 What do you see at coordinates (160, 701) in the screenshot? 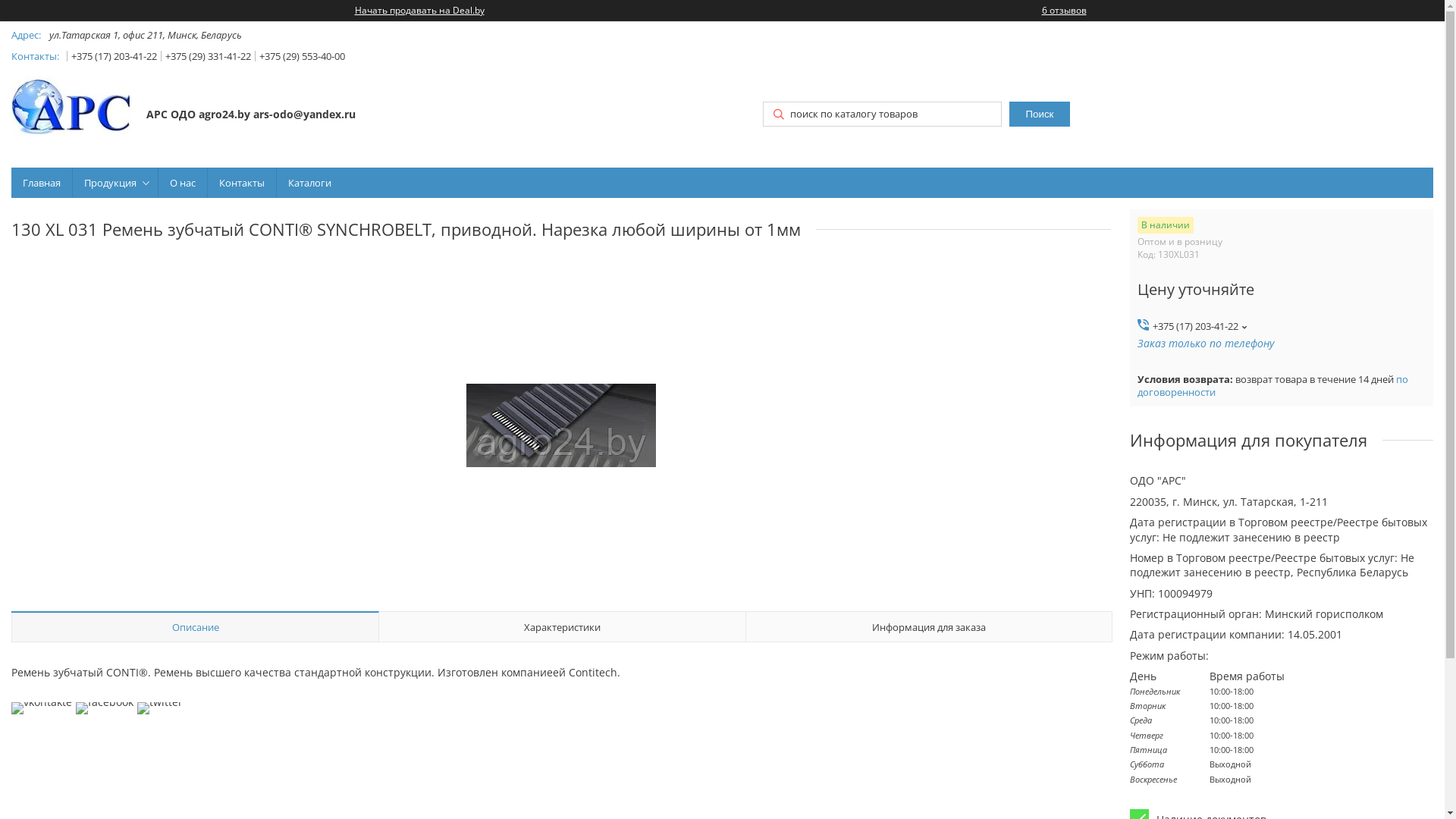
I see `'twitter'` at bounding box center [160, 701].